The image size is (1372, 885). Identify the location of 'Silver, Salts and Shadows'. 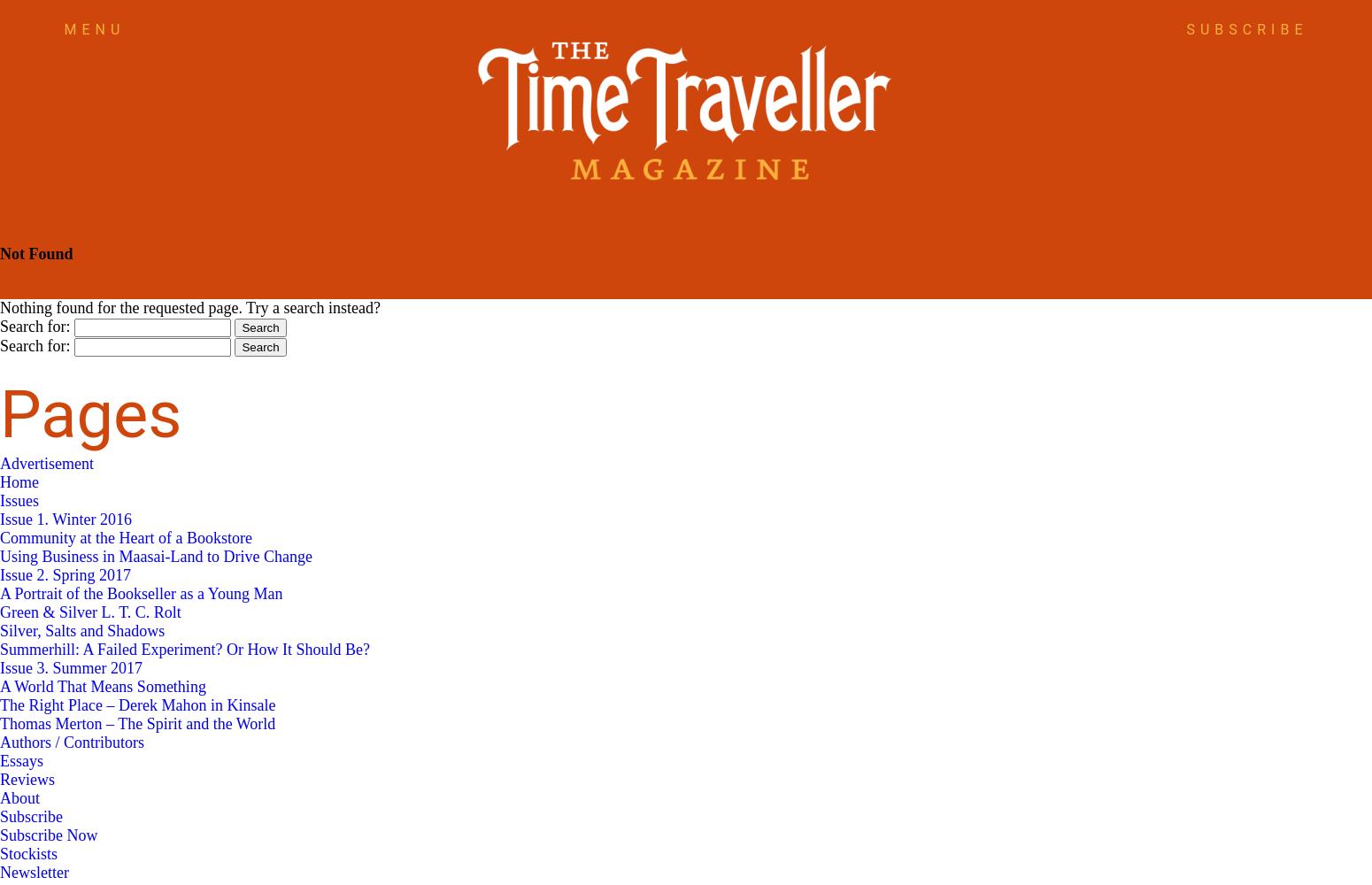
(82, 630).